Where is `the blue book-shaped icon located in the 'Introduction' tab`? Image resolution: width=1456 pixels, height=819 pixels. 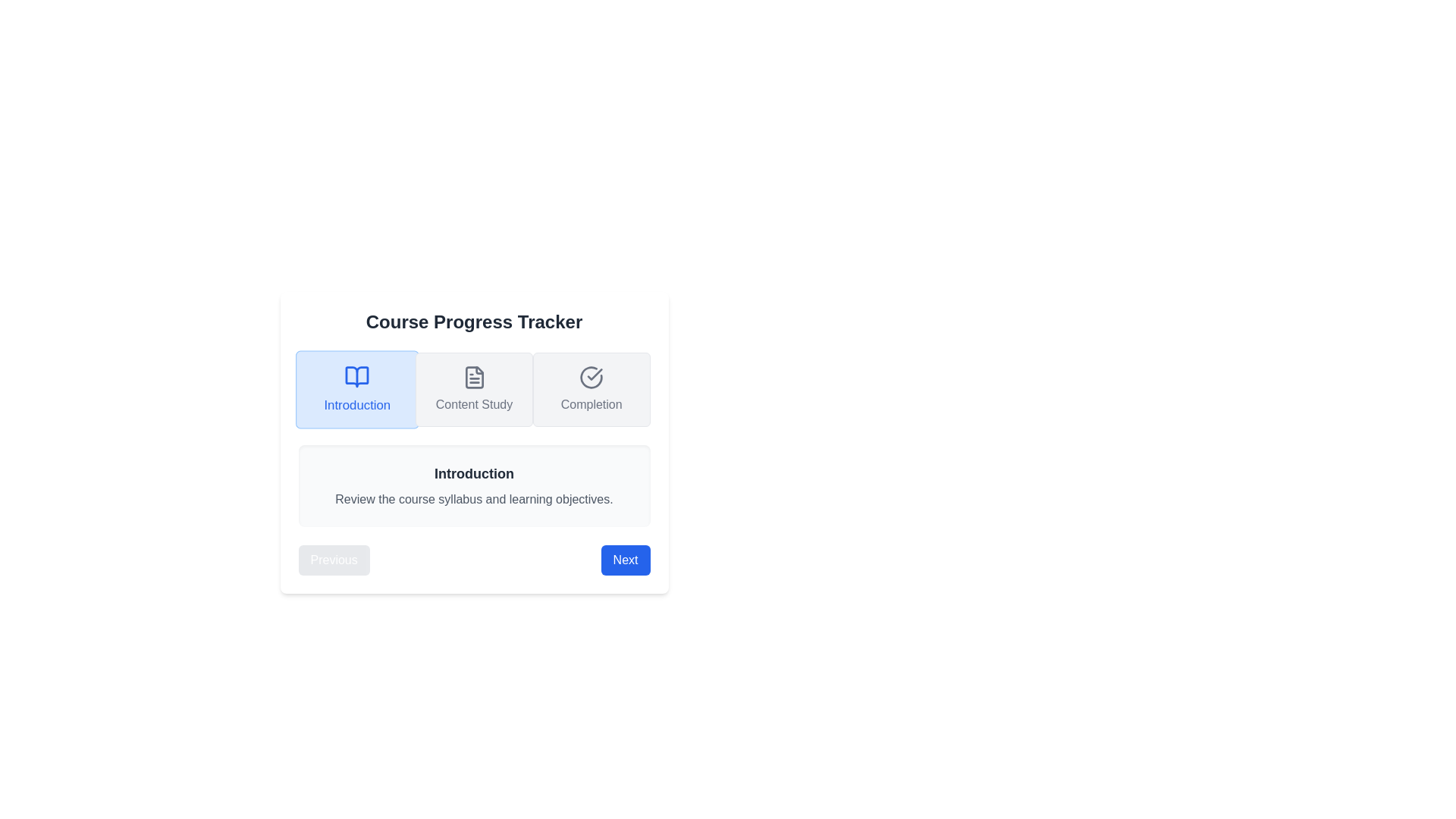
the blue book-shaped icon located in the 'Introduction' tab is located at coordinates (356, 376).